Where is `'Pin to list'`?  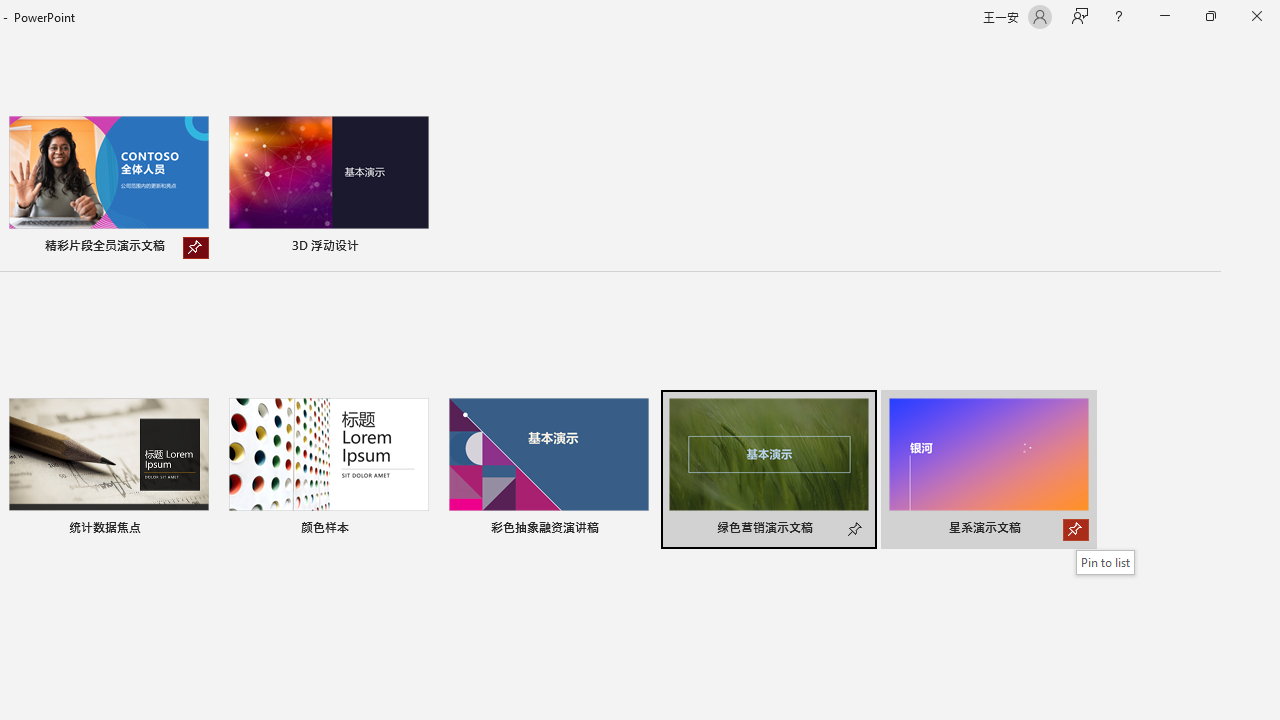 'Pin to list' is located at coordinates (1074, 528).